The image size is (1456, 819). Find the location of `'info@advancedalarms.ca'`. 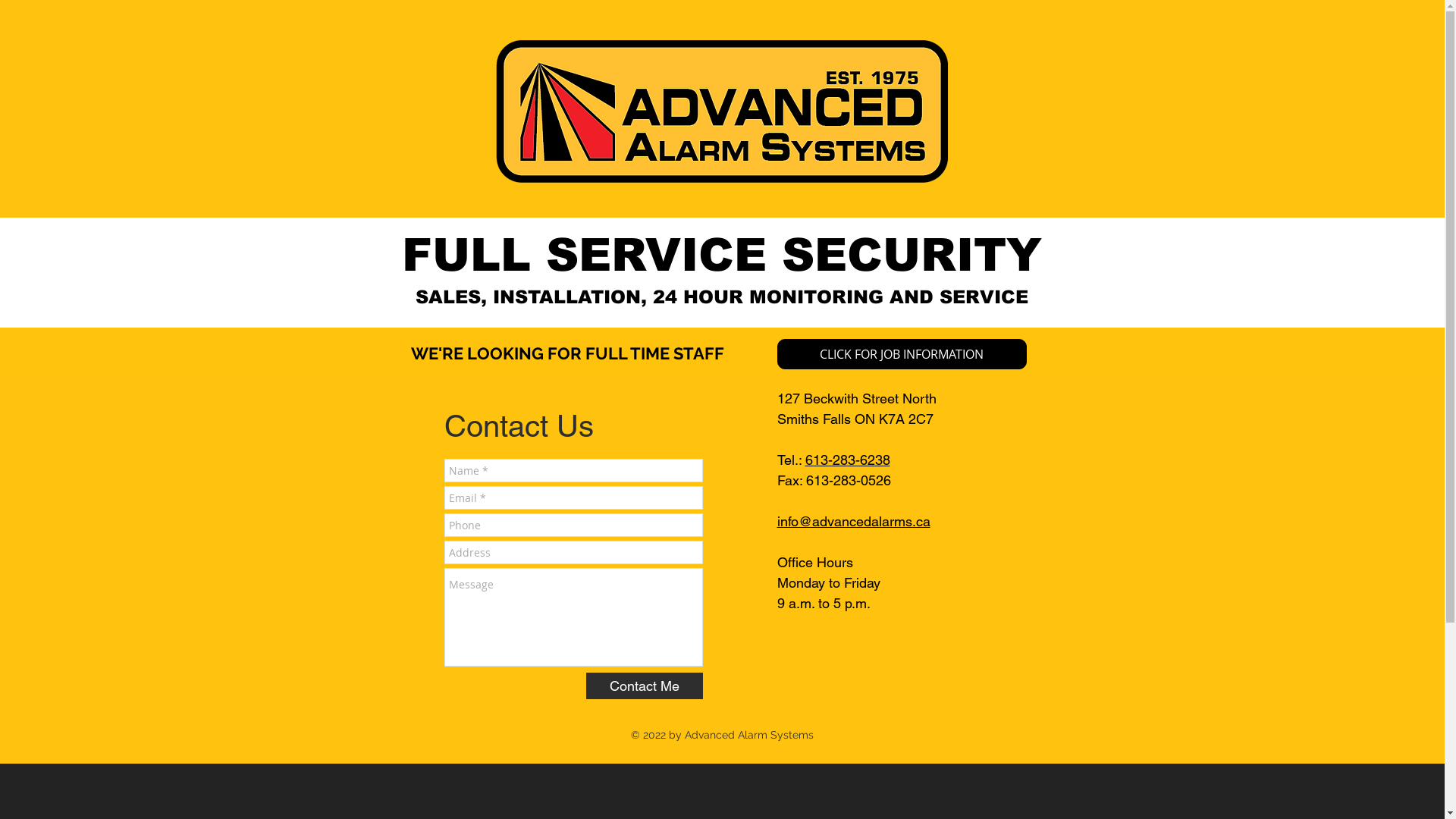

'info@advancedalarms.ca' is located at coordinates (852, 520).